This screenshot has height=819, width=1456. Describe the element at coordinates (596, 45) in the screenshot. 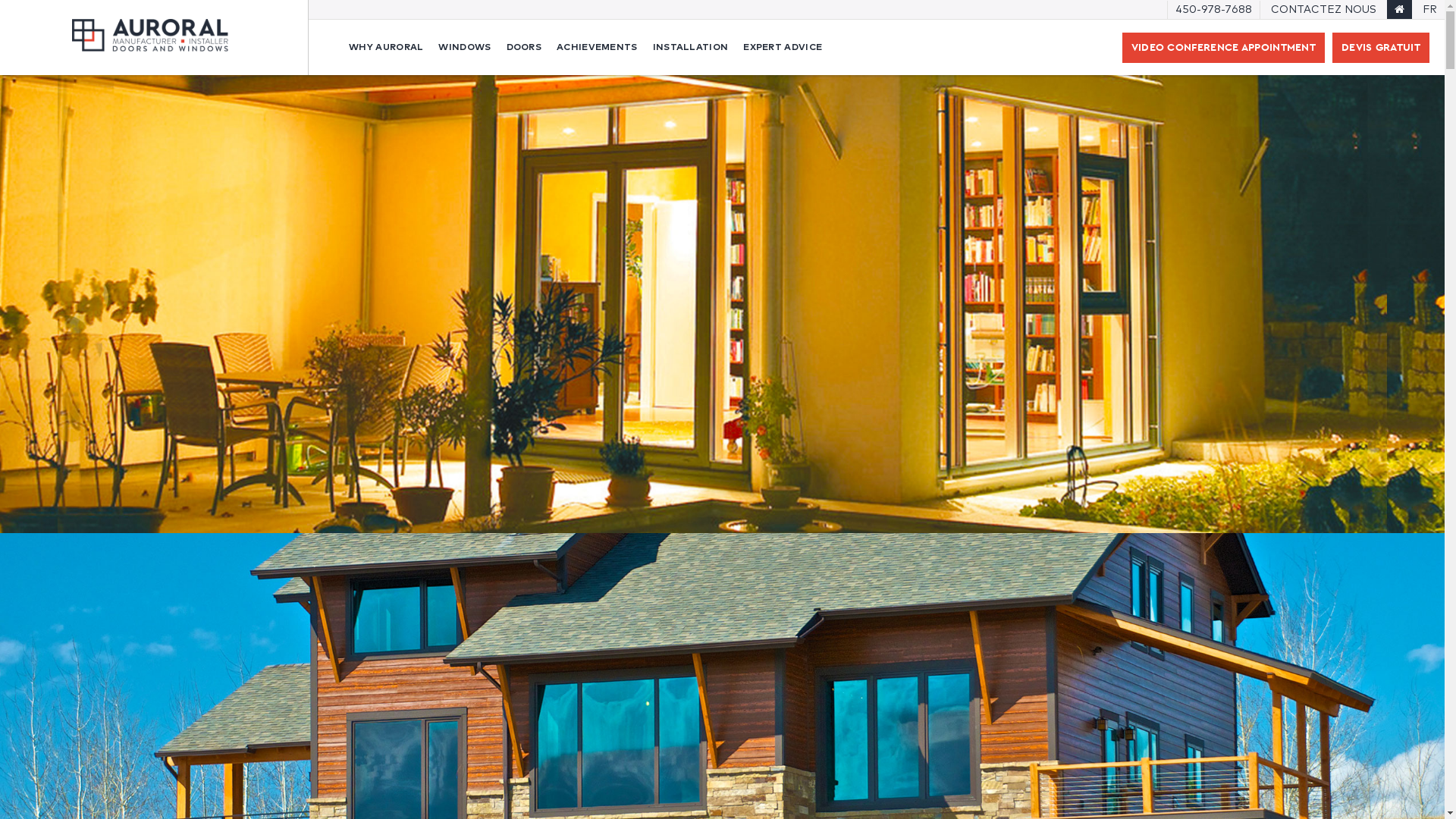

I see `'ACHIEVEMENTS'` at that location.